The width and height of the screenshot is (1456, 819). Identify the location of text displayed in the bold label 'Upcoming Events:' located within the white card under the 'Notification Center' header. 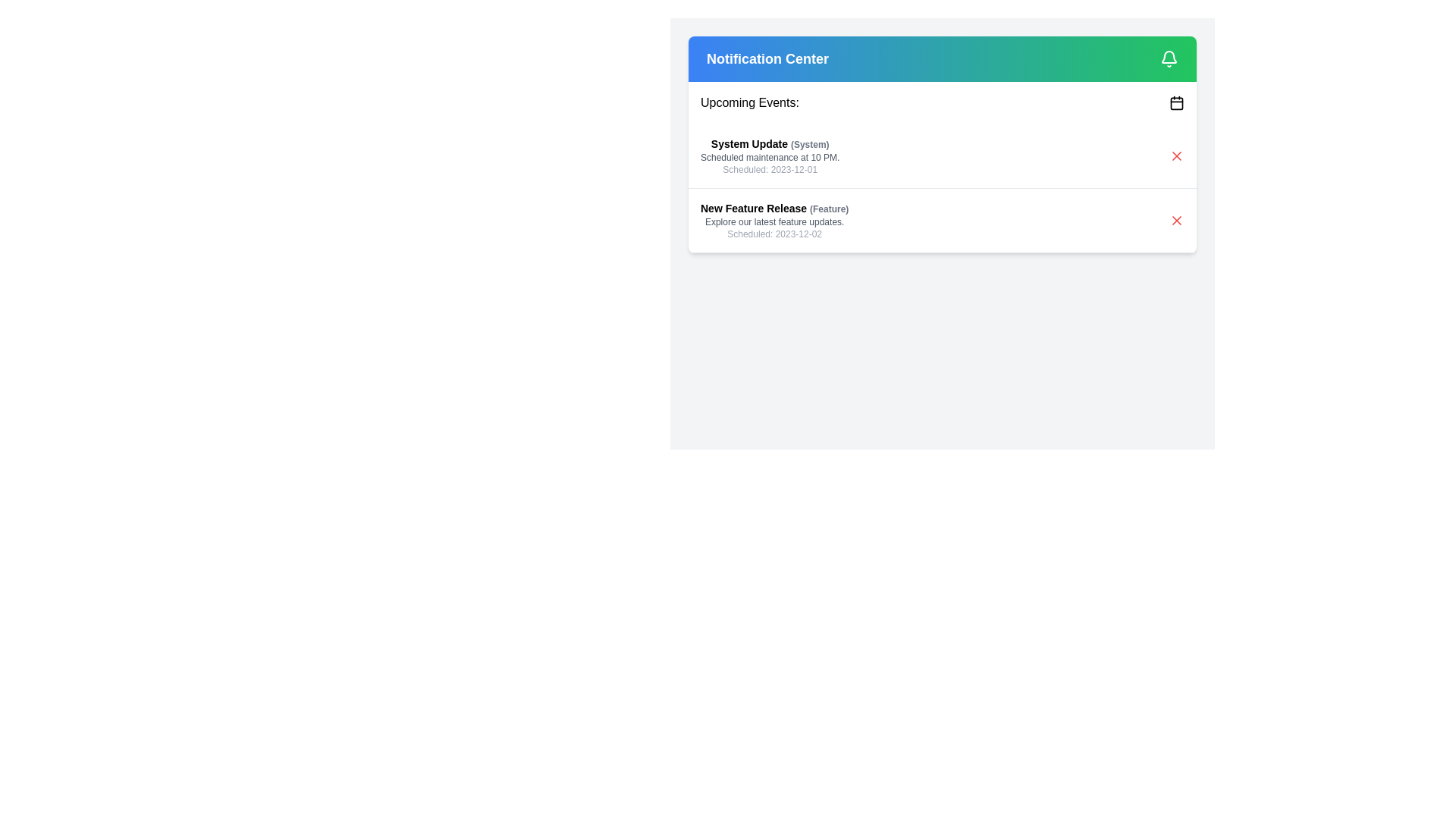
(749, 102).